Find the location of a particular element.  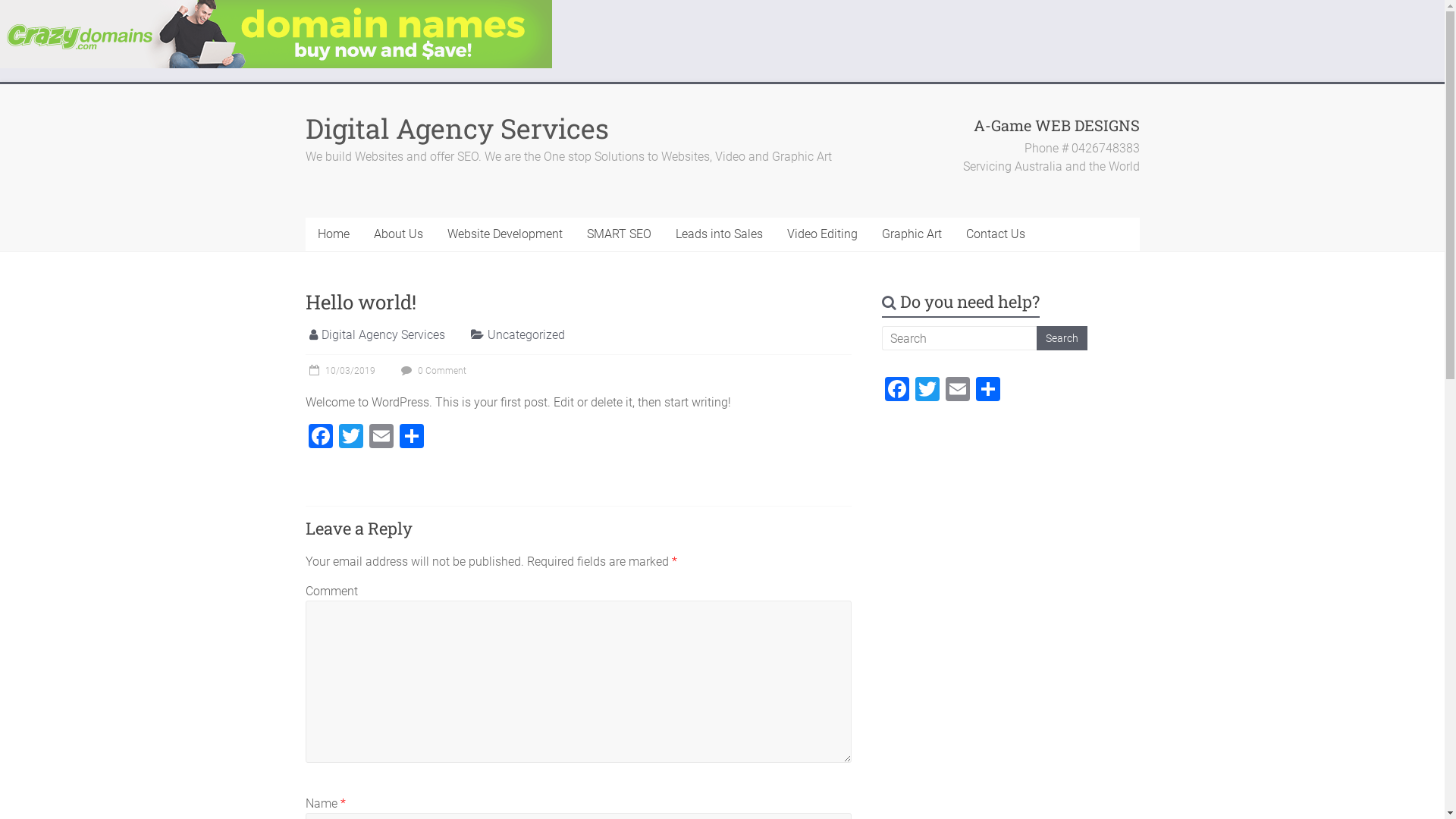

'Search' is located at coordinates (1060, 337).